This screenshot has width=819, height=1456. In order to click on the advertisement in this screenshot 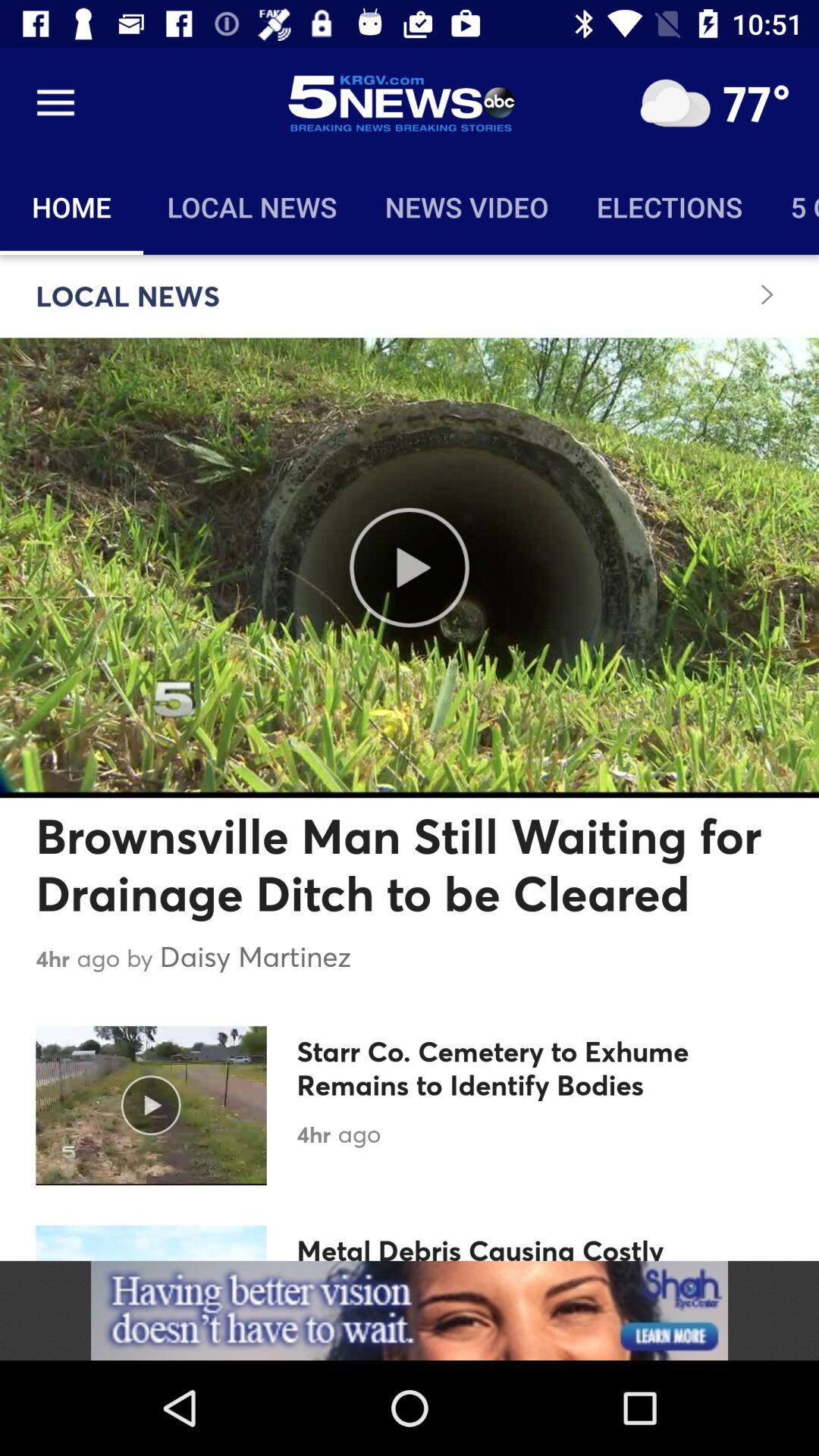, I will do `click(409, 1310)`.